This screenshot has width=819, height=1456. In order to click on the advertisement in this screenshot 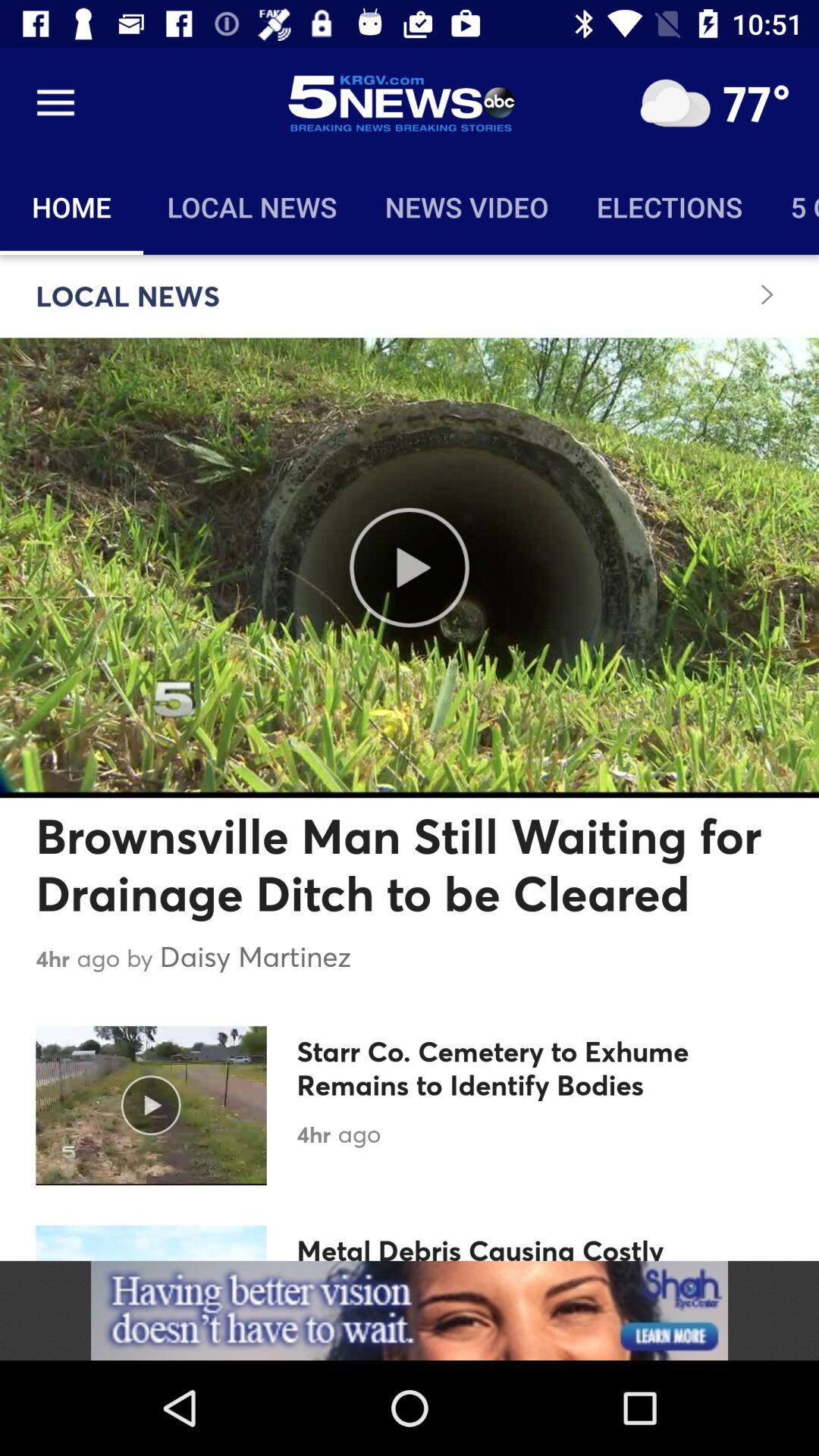, I will do `click(409, 1310)`.